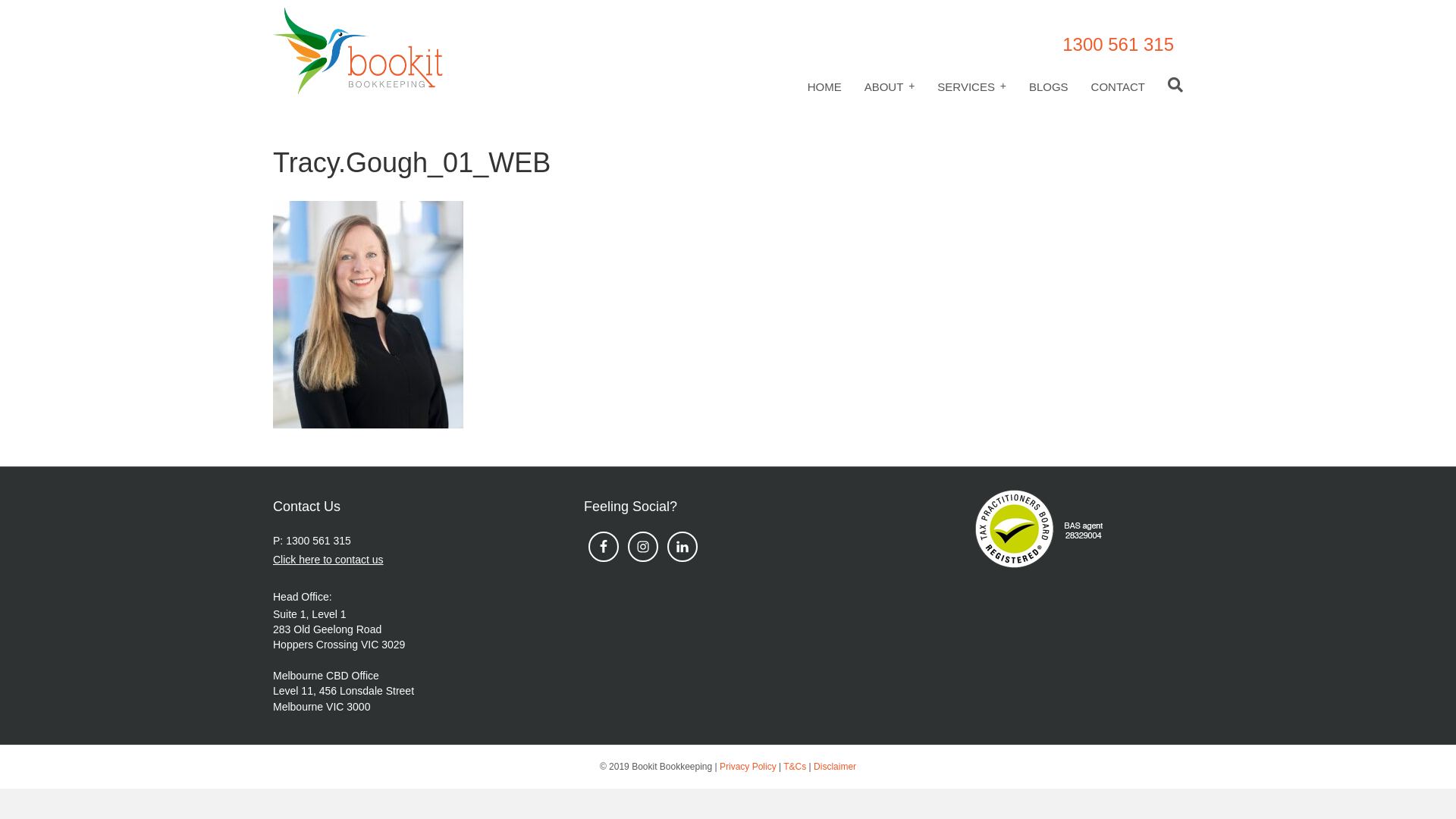  What do you see at coordinates (793, 766) in the screenshot?
I see `'T&Cs'` at bounding box center [793, 766].